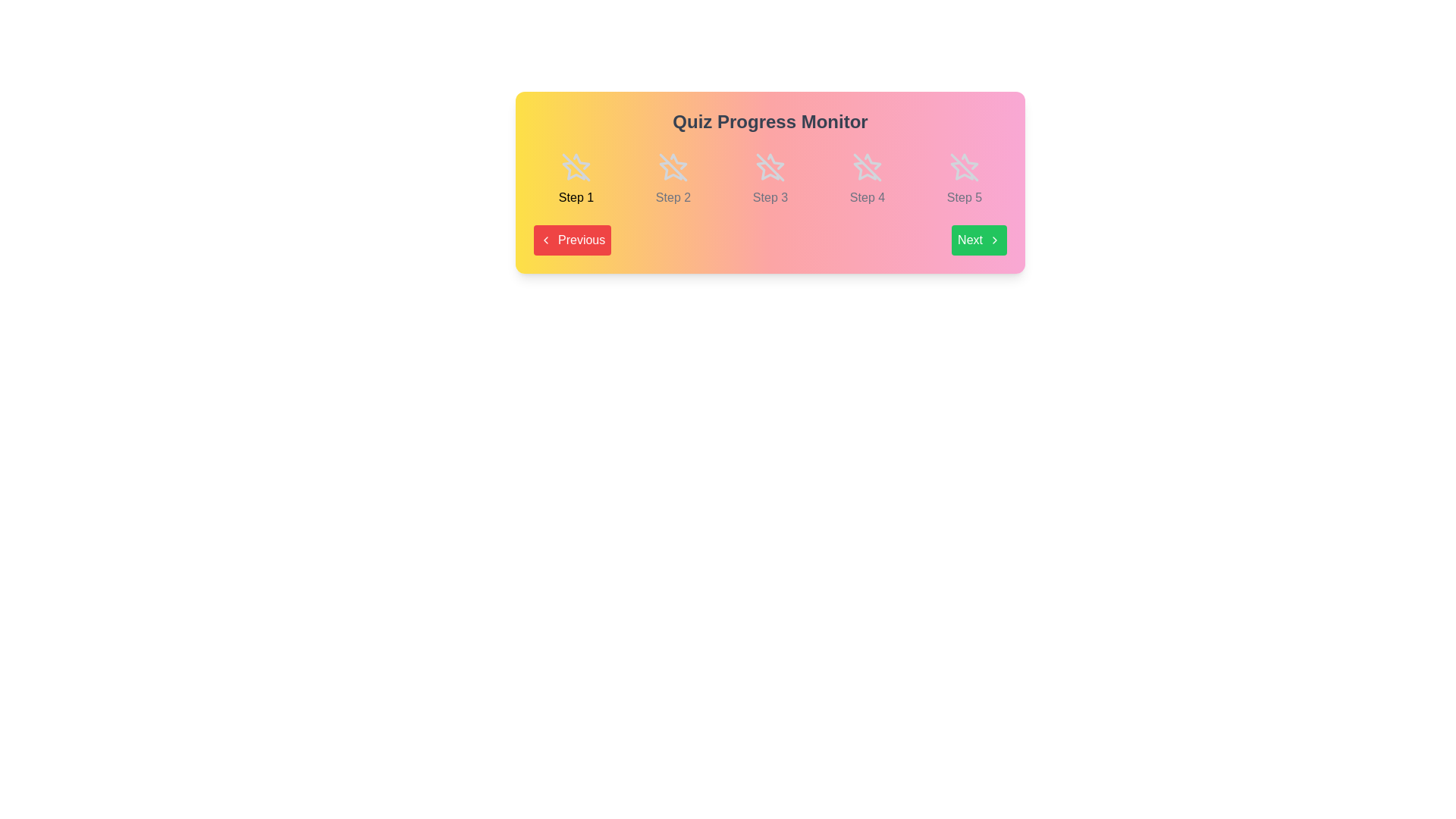 This screenshot has width=1456, height=819. I want to click on the star-shaped vector graphic icon that is the third in a horizontal sequence of five stars, located under the text 'Step 3', so click(767, 171).